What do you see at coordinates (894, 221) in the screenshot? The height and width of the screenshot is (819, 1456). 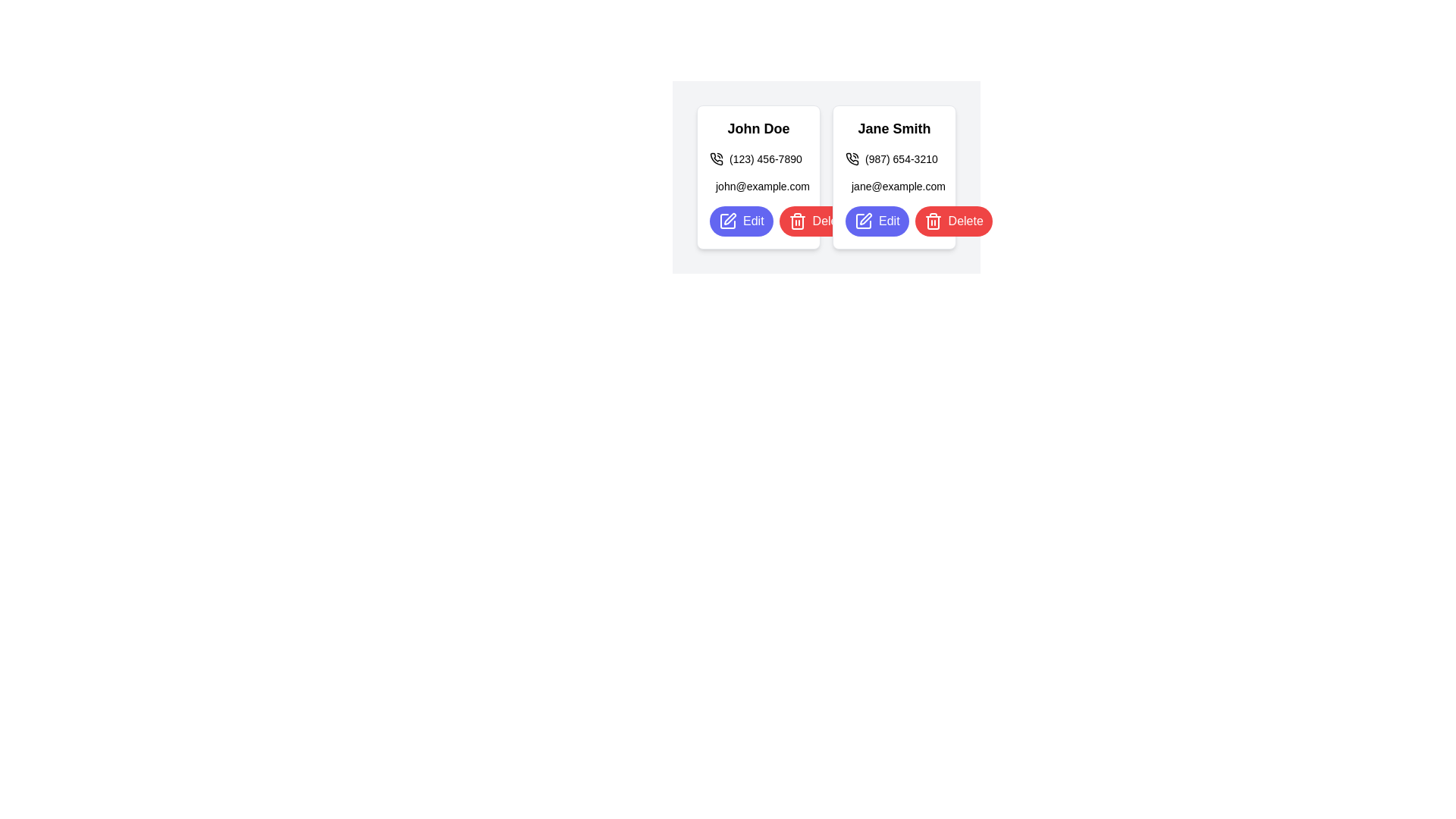 I see `the blue 'Edit' button located in the button group for modifying contact information of 'Jane Smith'` at bounding box center [894, 221].